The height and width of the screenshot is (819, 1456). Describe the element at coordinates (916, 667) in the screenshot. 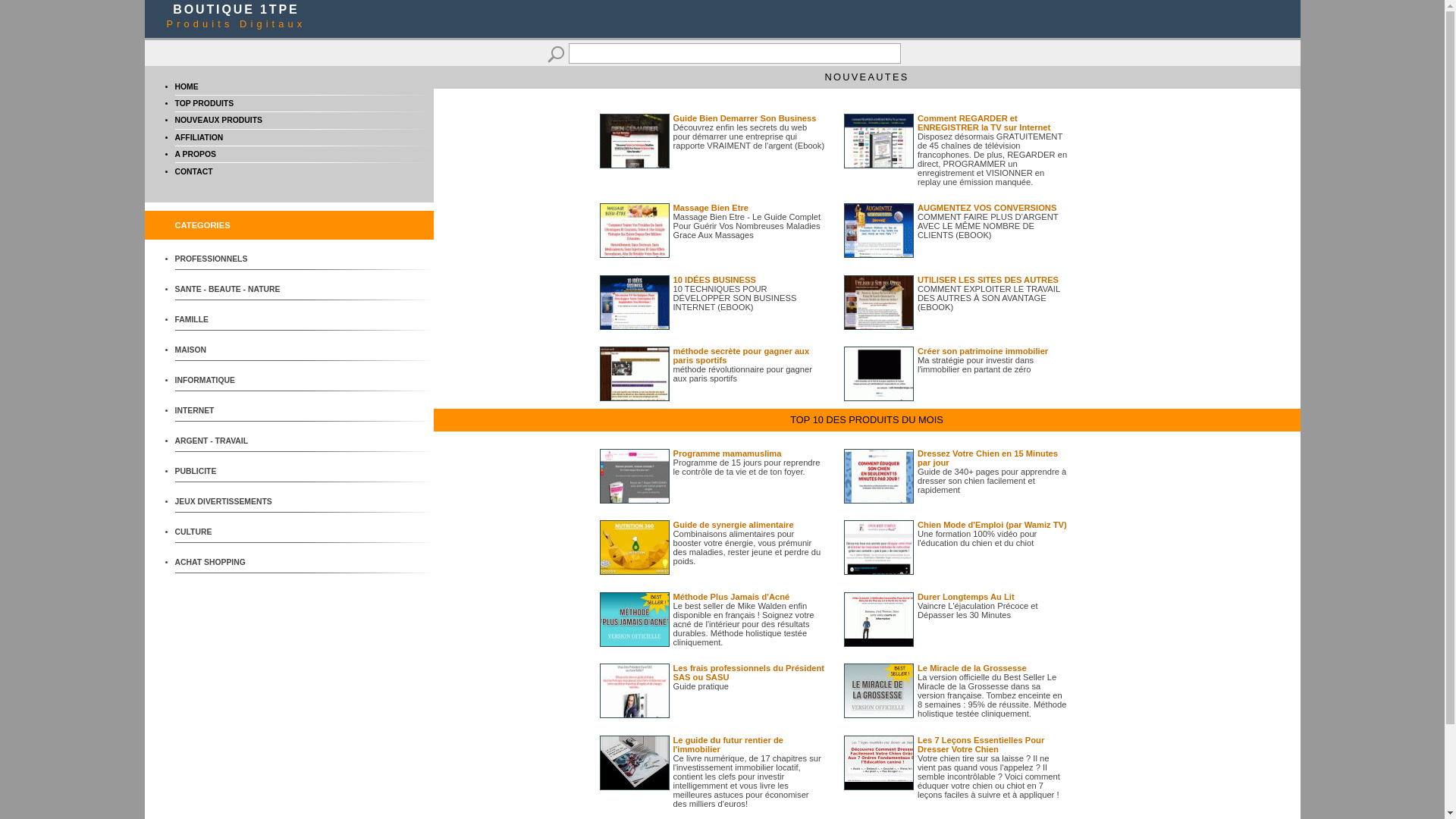

I see `'Le Miracle de la Grossesse'` at that location.